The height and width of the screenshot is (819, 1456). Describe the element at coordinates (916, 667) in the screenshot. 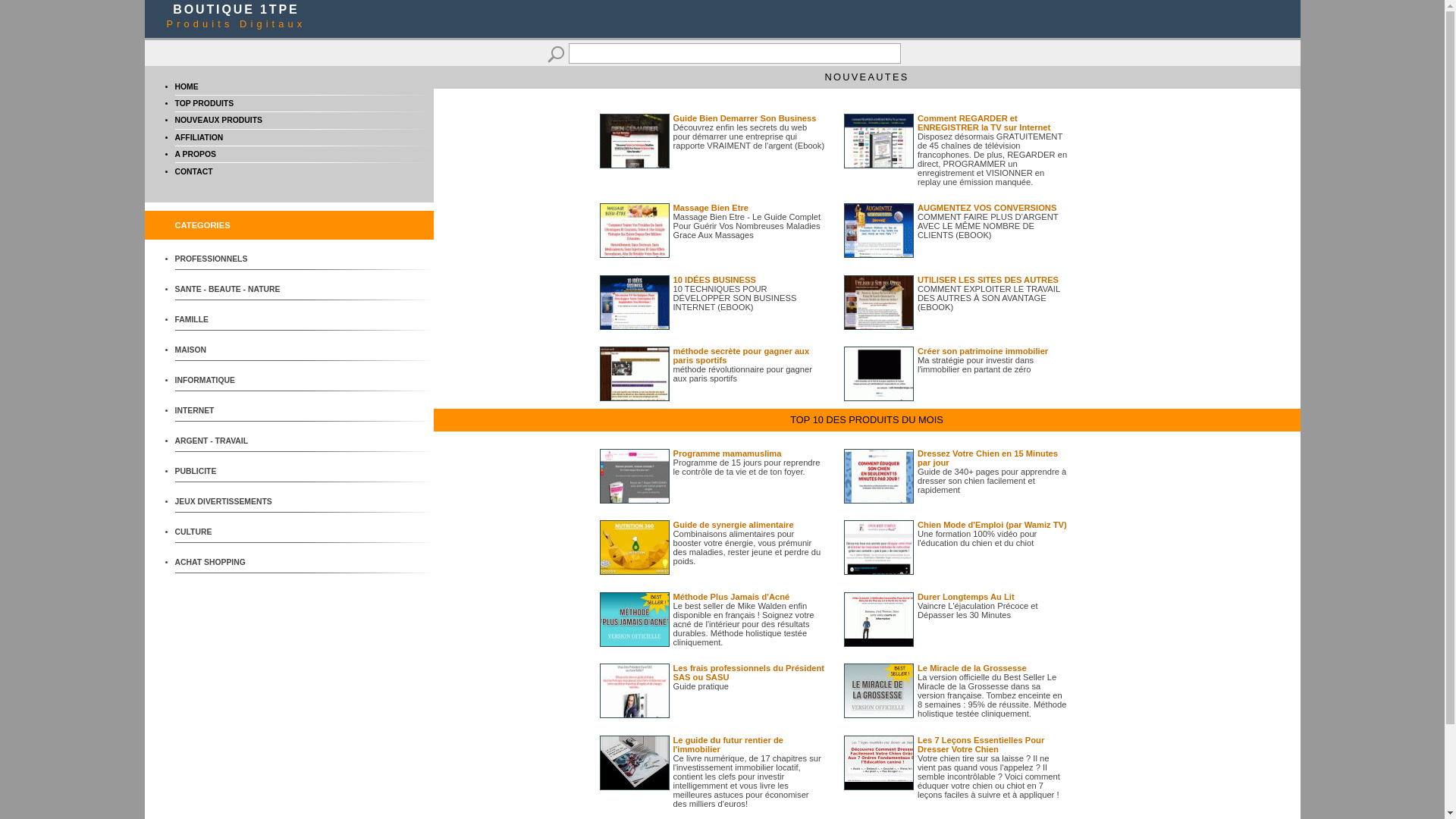

I see `'Le Miracle de la Grossesse'` at that location.